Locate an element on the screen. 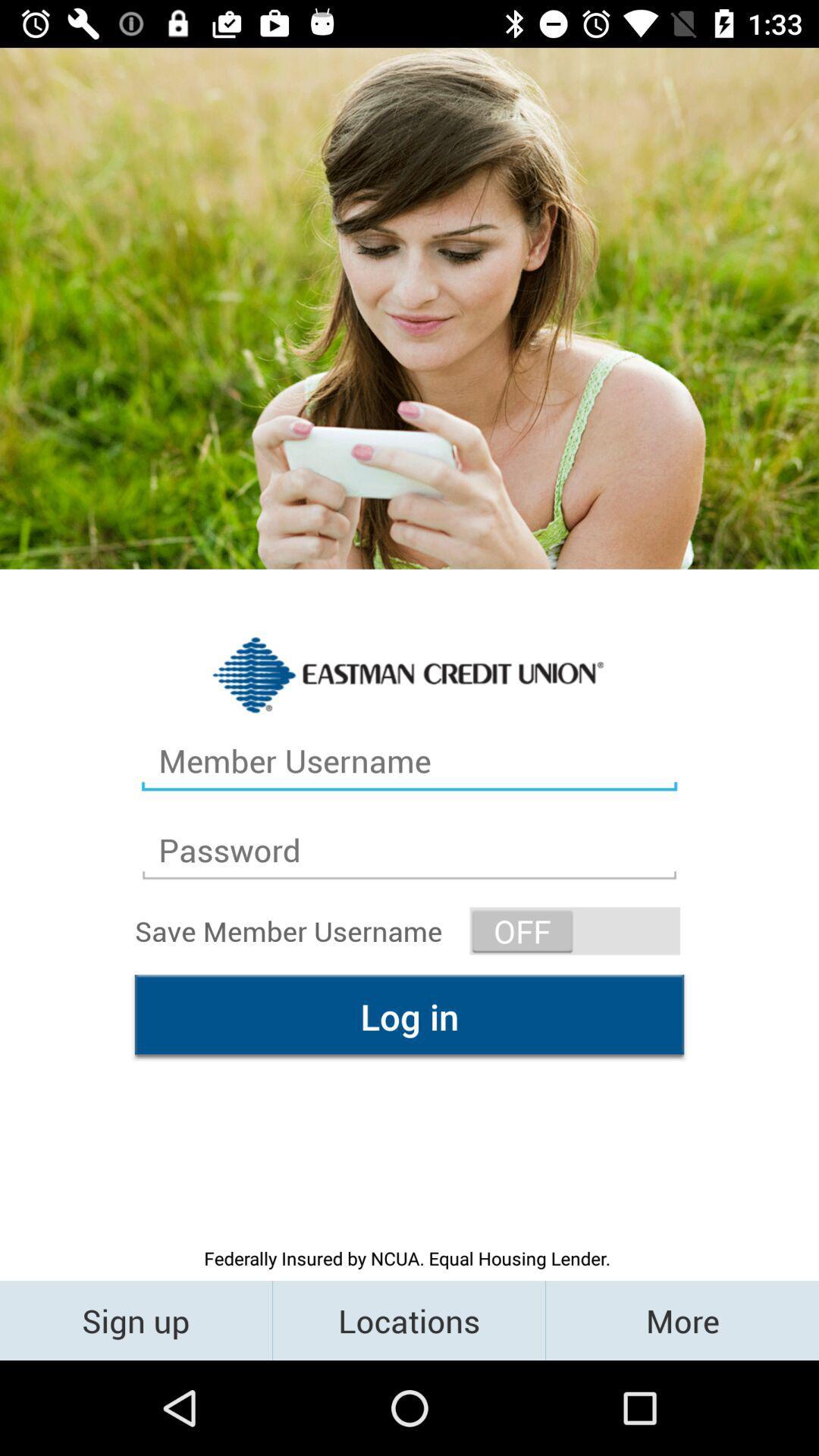  more is located at coordinates (681, 1319).